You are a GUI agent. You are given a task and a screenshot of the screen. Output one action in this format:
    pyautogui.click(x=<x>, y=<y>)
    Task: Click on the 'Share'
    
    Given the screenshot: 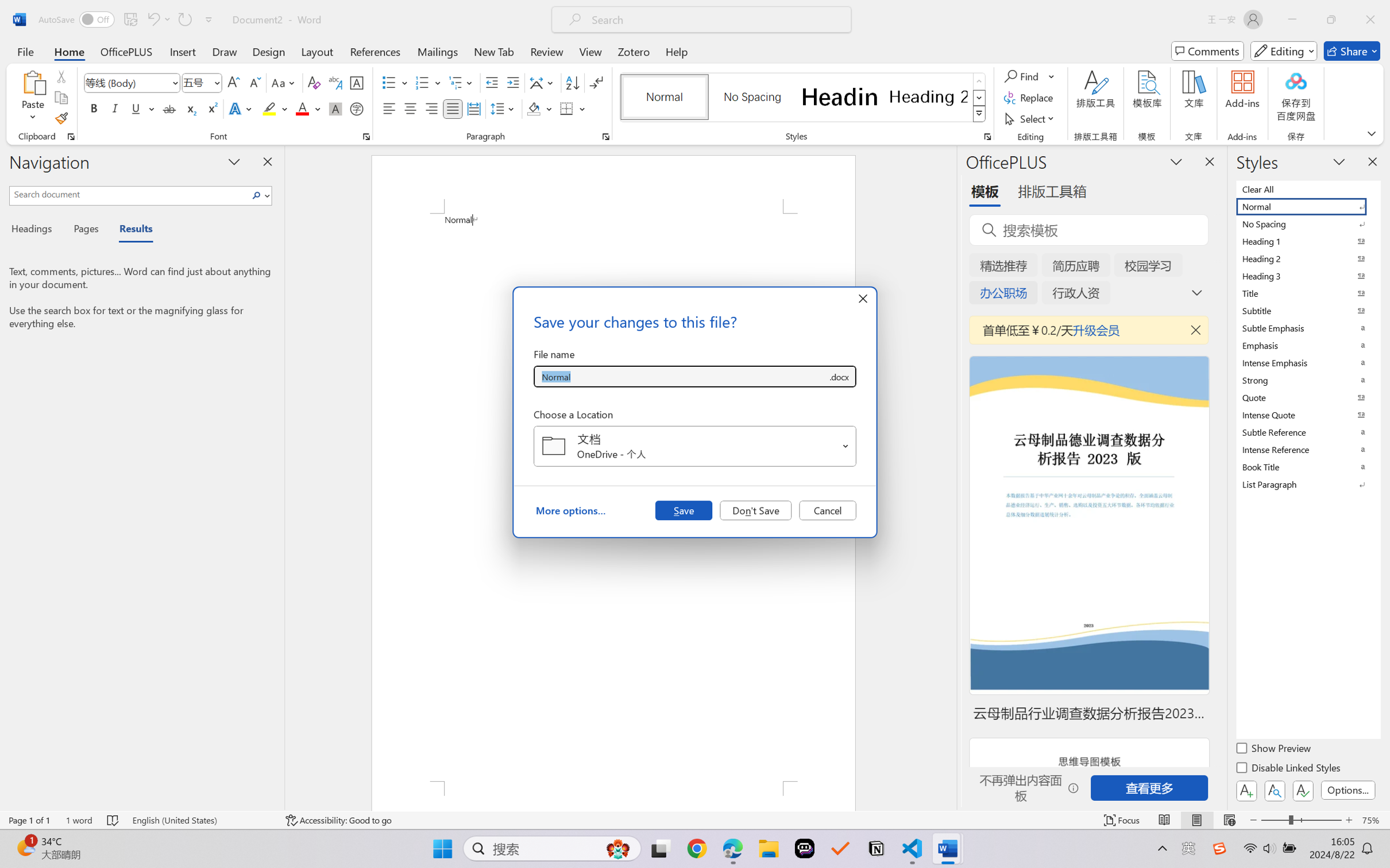 What is the action you would take?
    pyautogui.click(x=1351, y=51)
    